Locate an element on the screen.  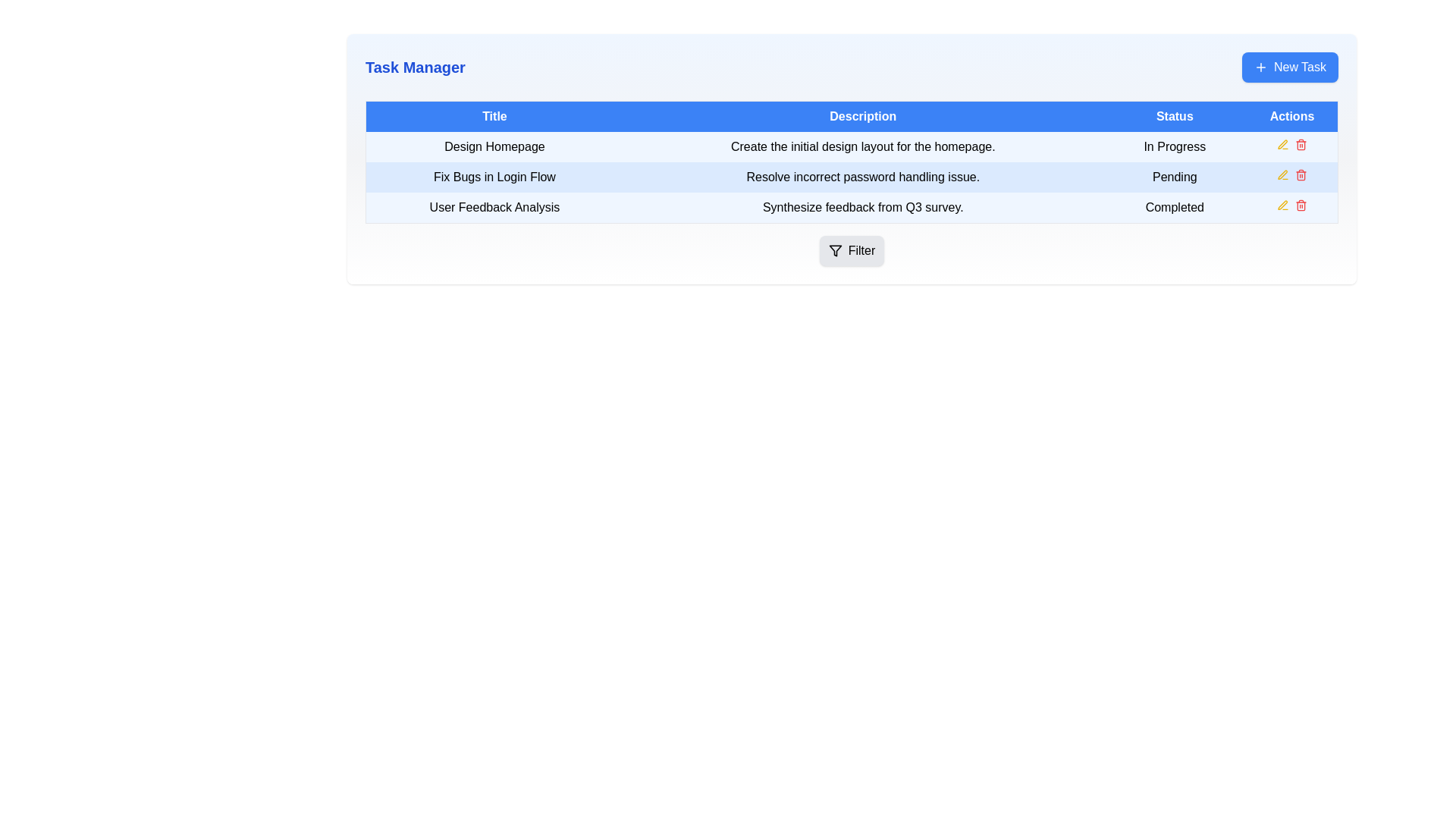
the 'Filter' button with a funnel icon located at the bottom-right corner of the task list interface is located at coordinates (852, 250).